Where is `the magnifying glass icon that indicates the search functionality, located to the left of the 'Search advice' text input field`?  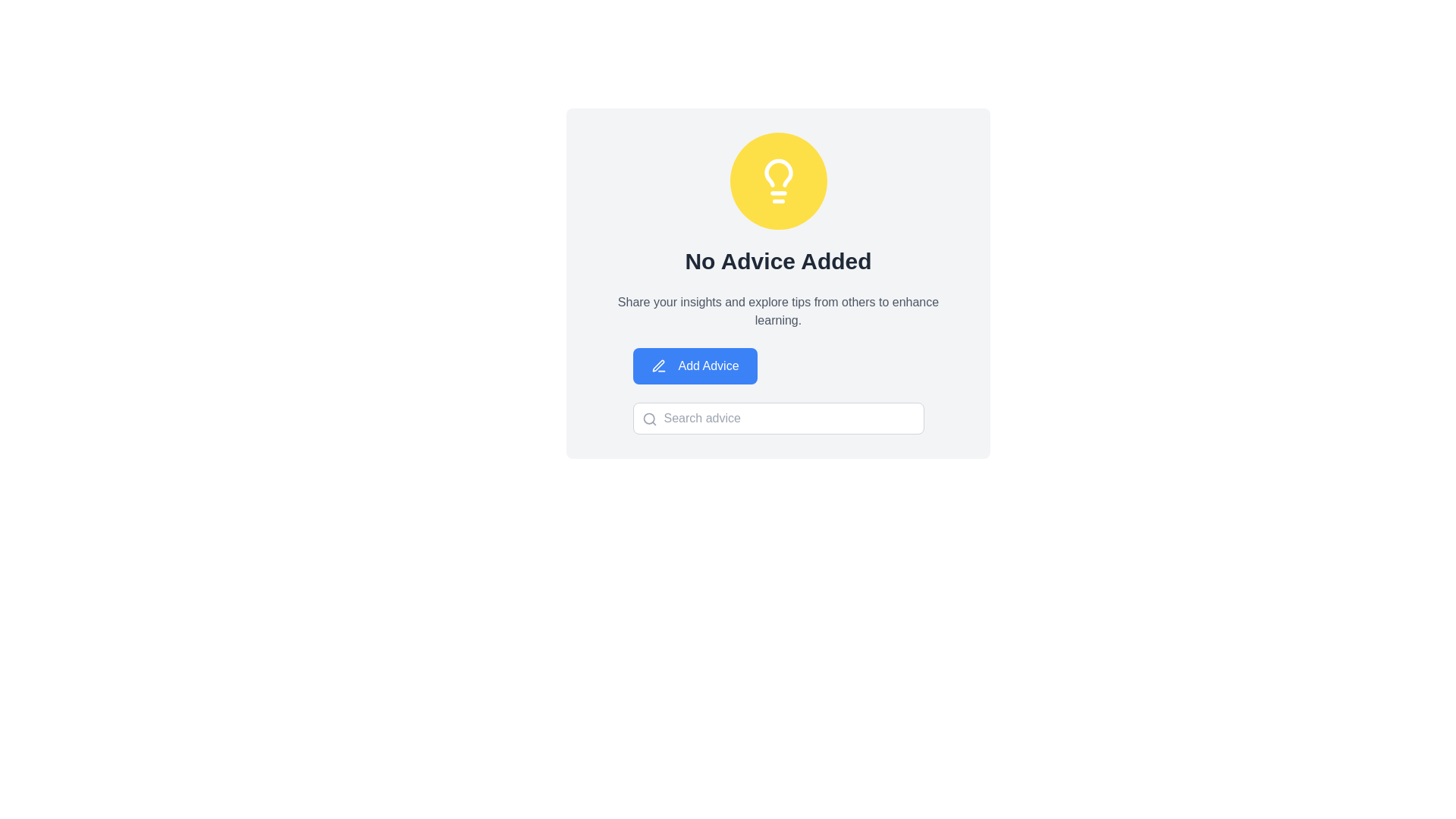
the magnifying glass icon that indicates the search functionality, located to the left of the 'Search advice' text input field is located at coordinates (649, 419).